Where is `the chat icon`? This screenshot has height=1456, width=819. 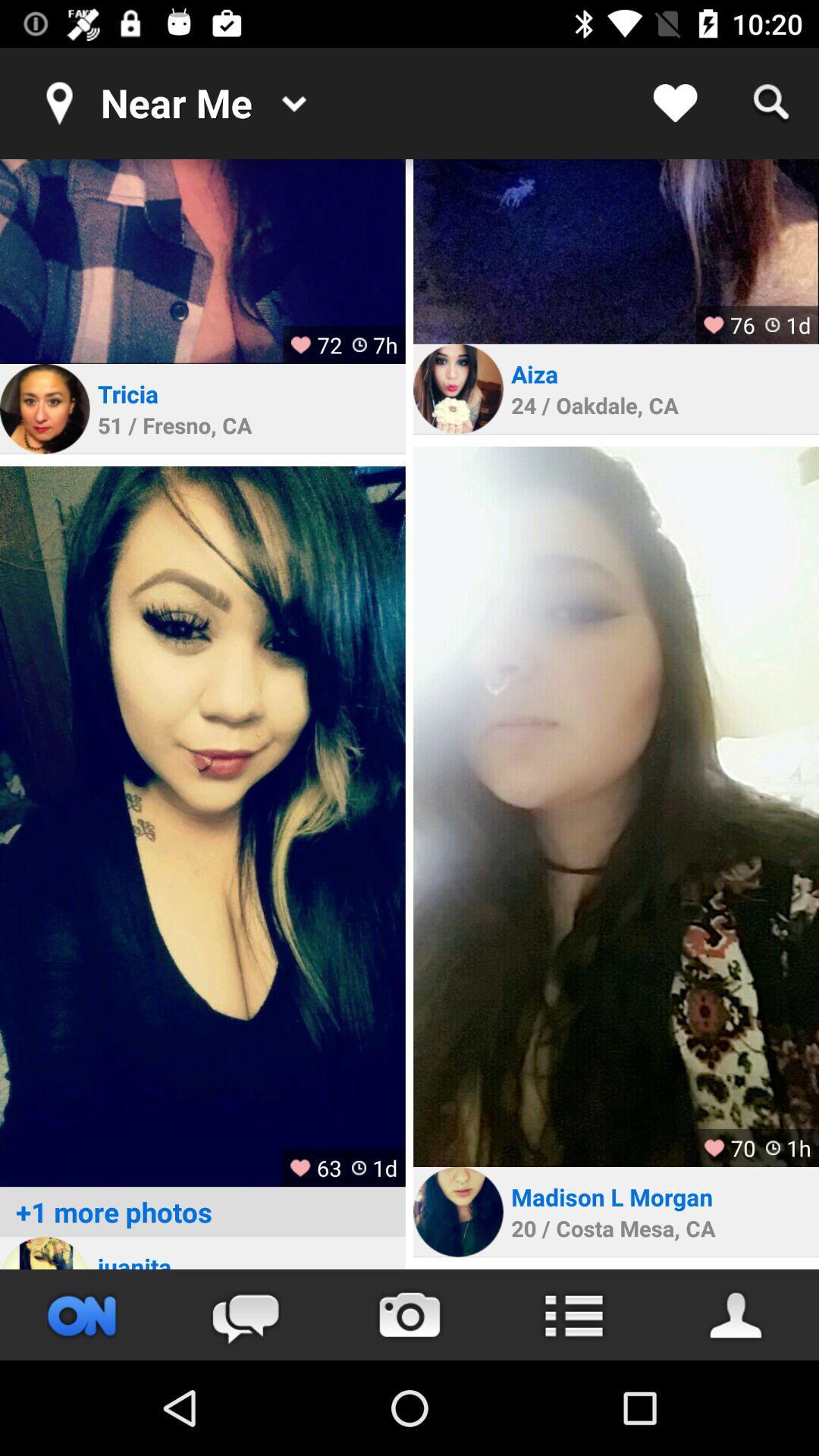 the chat icon is located at coordinates (245, 1314).